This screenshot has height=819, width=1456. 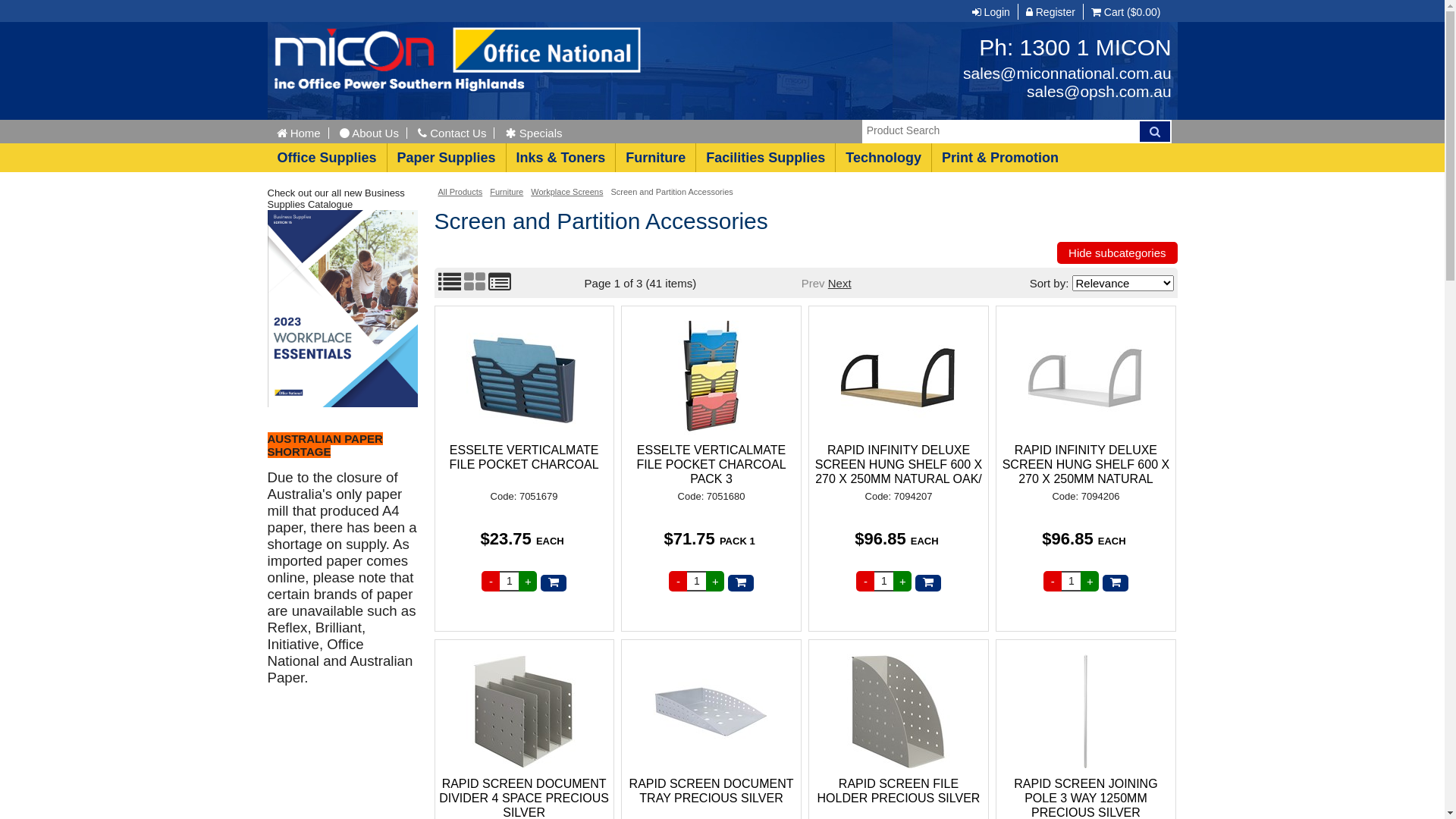 I want to click on 'Facilities Supplies', so click(x=764, y=158).